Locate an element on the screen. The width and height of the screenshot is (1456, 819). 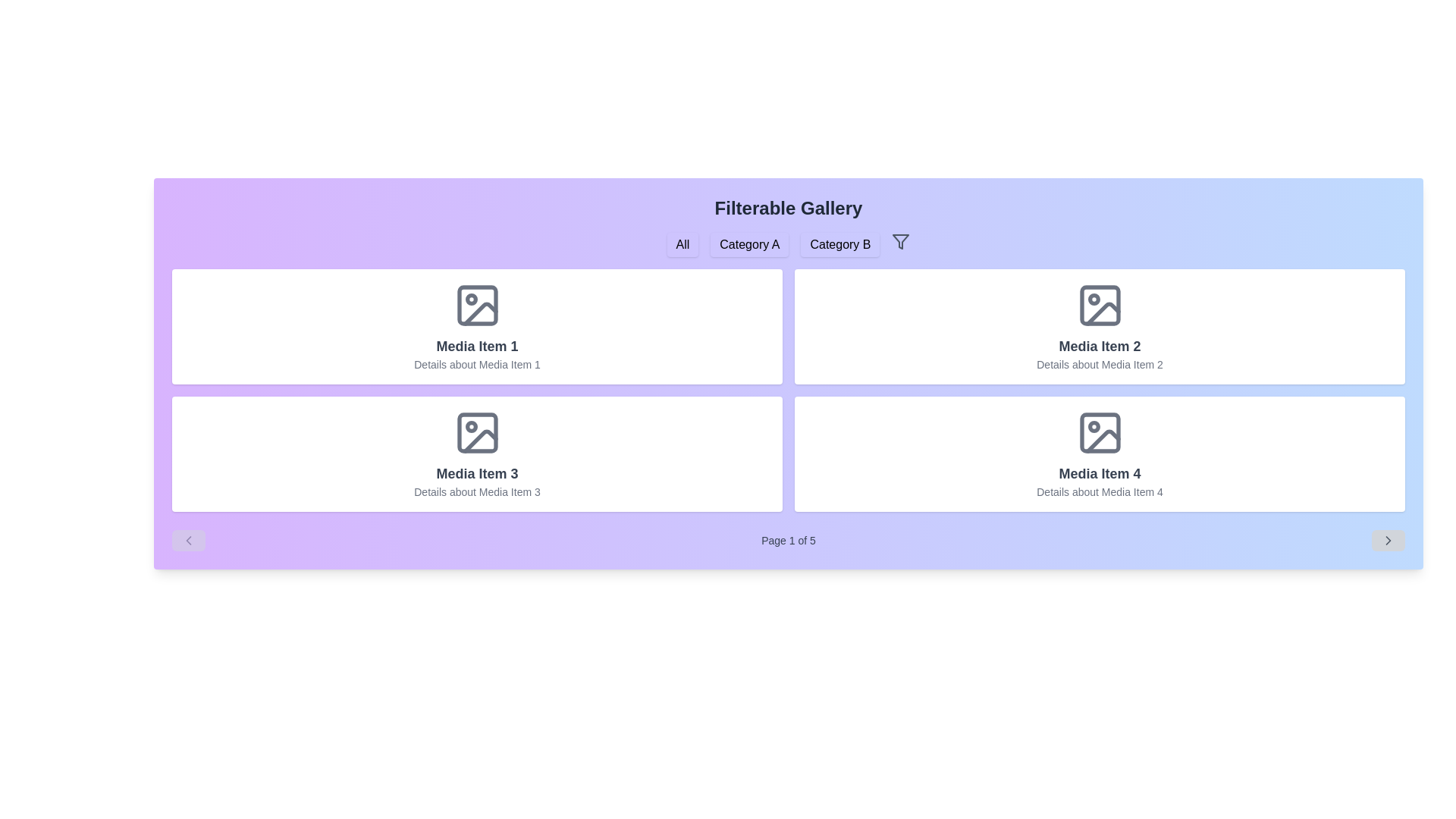
the 'Category A' button on the Interactive menu bar to filter the displayed gallery items is located at coordinates (789, 244).